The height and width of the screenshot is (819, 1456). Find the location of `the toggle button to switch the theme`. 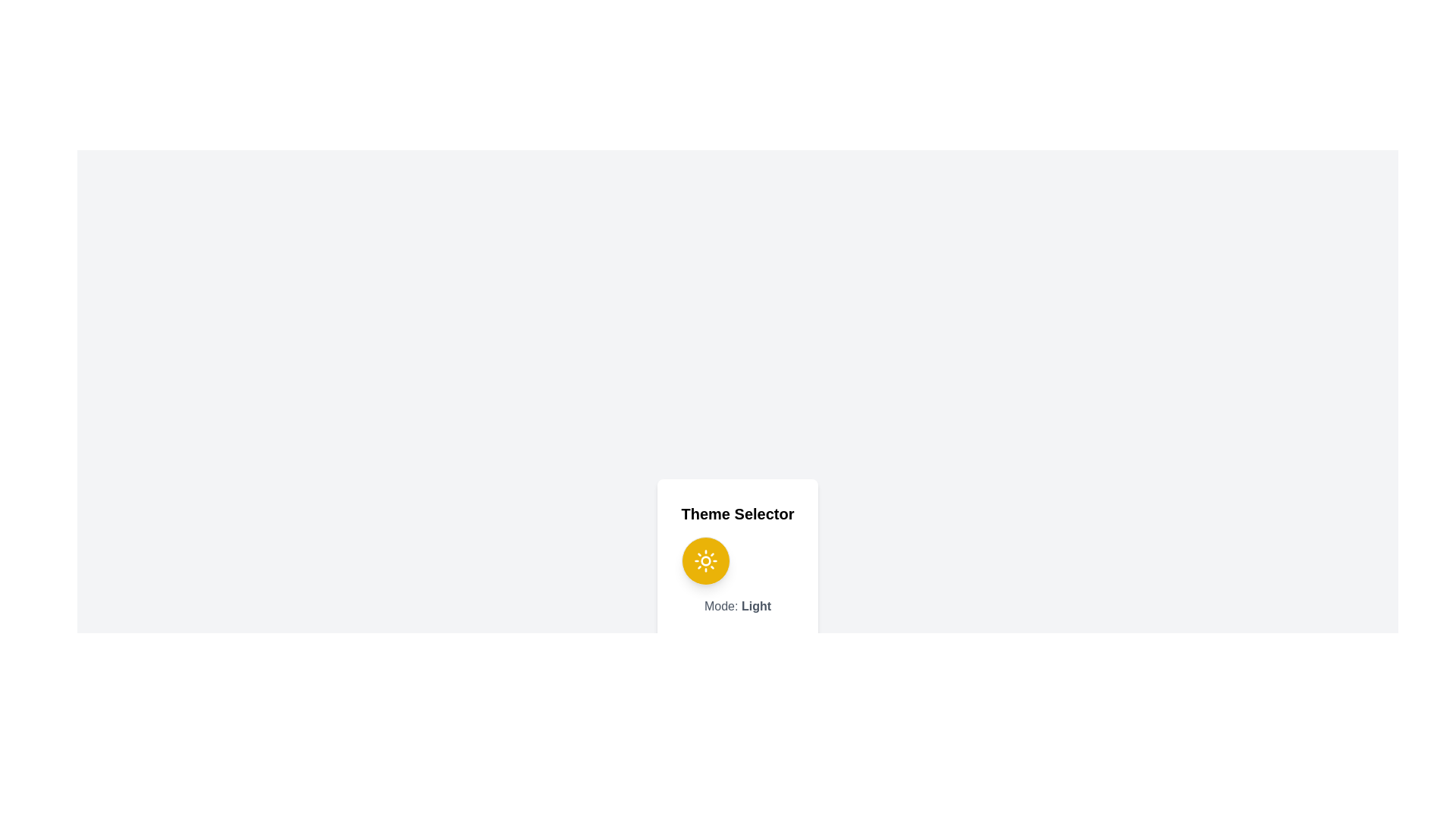

the toggle button to switch the theme is located at coordinates (704, 561).